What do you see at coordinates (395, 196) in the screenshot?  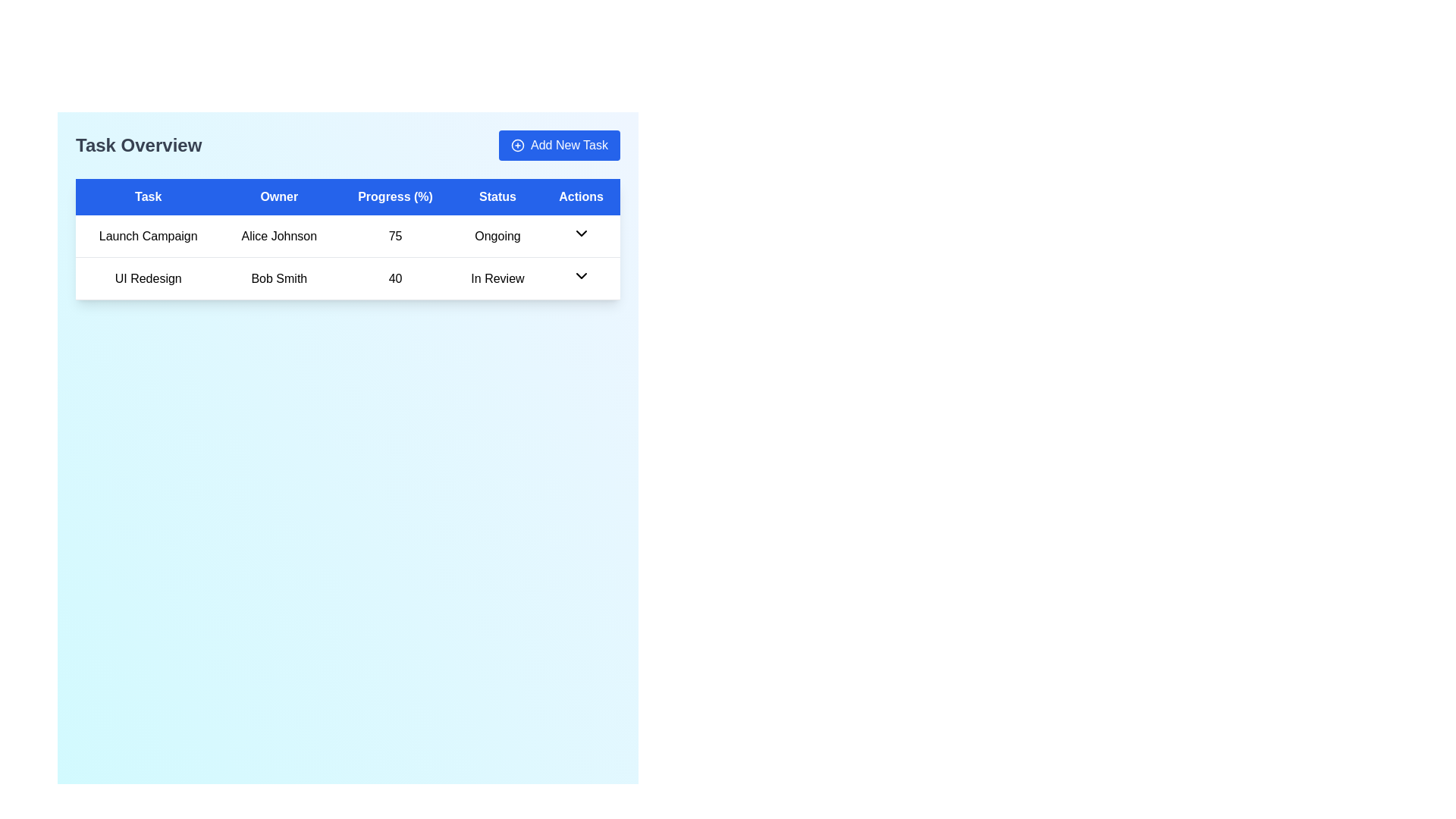 I see `the 'Progress (%)' header, which is the third column header in the table, featuring white text on a blue background` at bounding box center [395, 196].